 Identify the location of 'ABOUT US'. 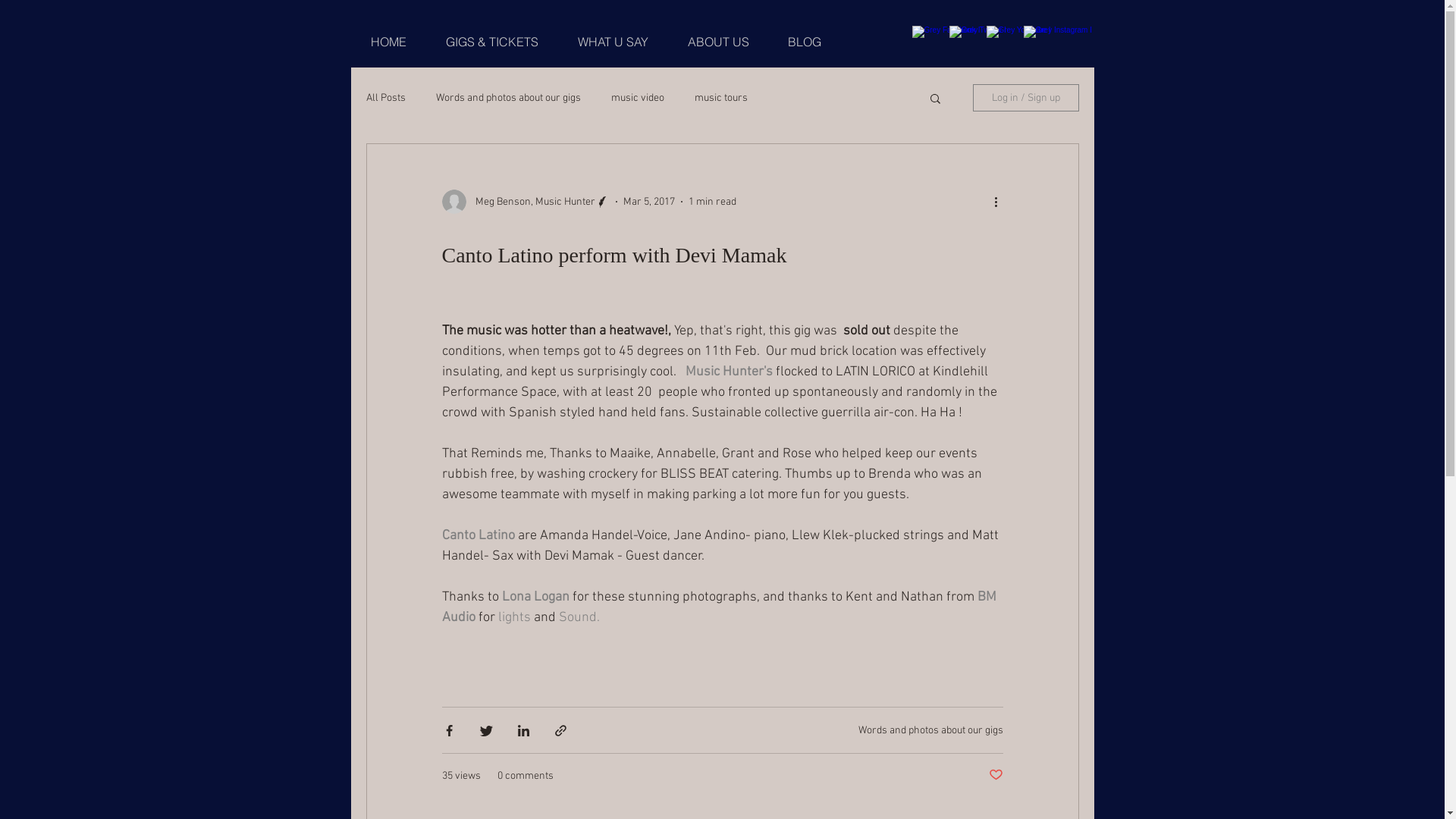
(717, 41).